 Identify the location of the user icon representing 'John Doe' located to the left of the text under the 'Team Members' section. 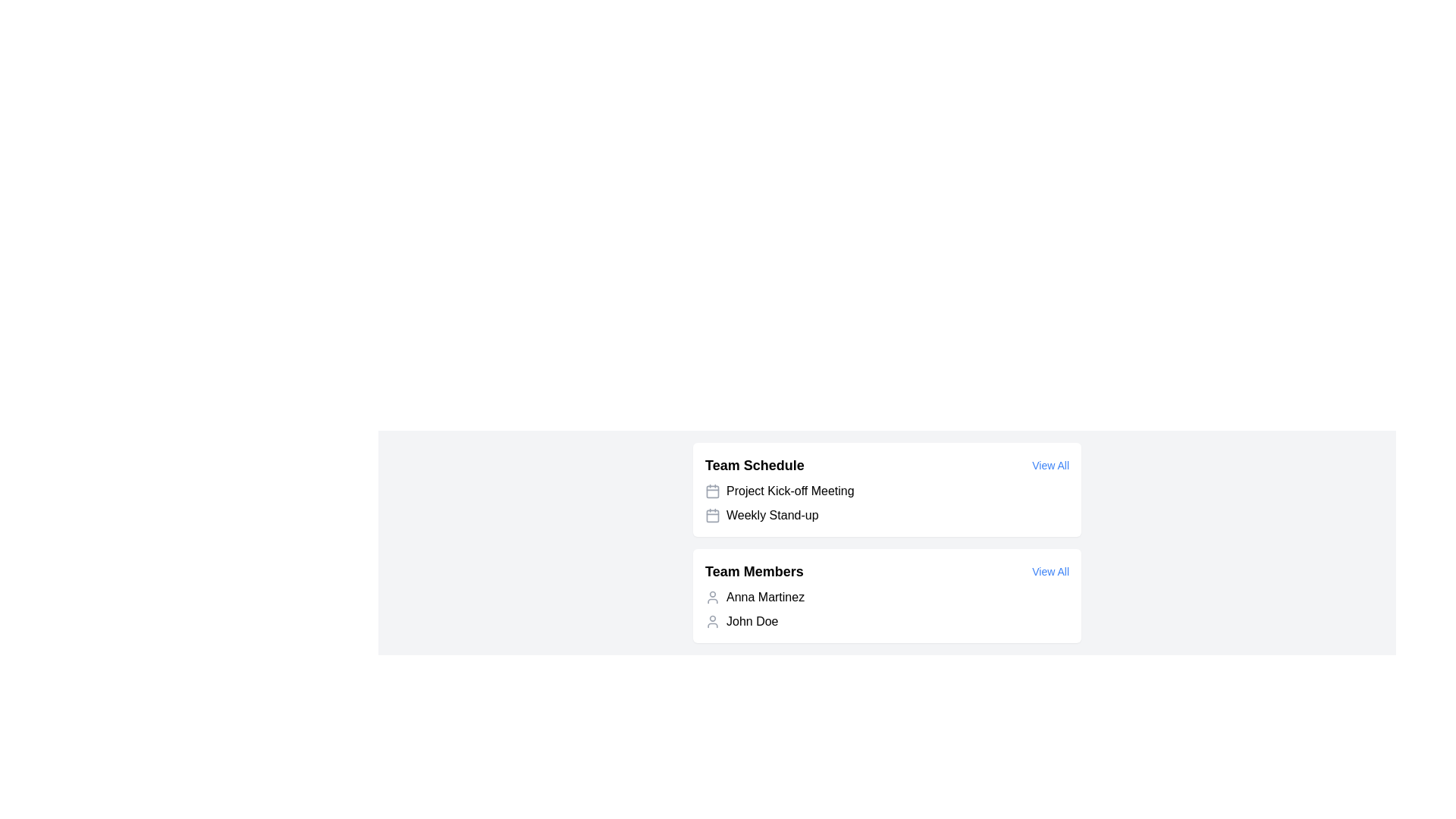
(712, 622).